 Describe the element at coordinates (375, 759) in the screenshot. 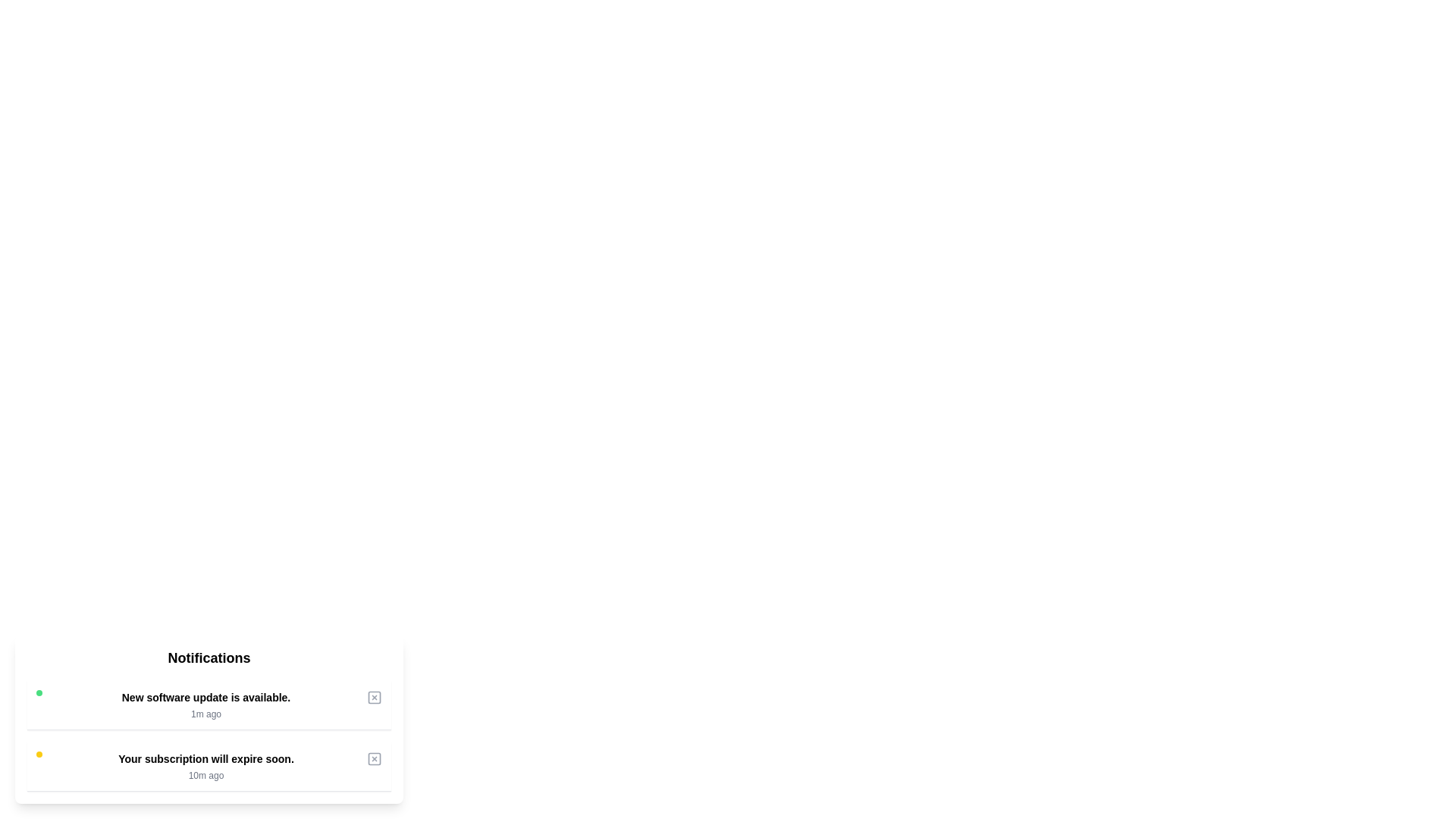

I see `the close button of the notification titled 'Your subscription will expire soon' to observe the color change` at that location.